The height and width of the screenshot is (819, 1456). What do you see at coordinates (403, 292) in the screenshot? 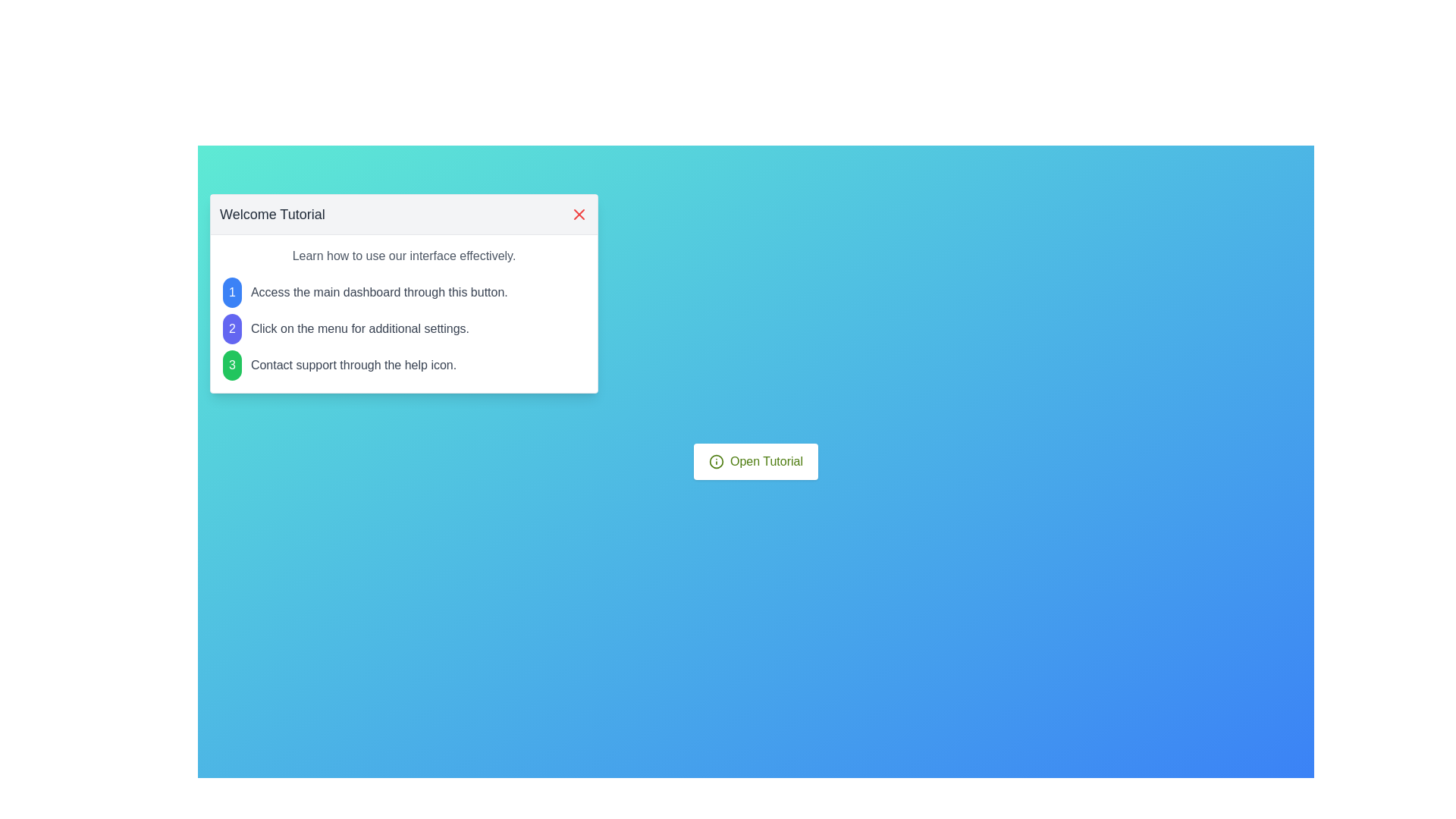
I see `the circular blue icon with the number '1' and the instructional text 'Access the main dashboard through this button.'` at bounding box center [403, 292].